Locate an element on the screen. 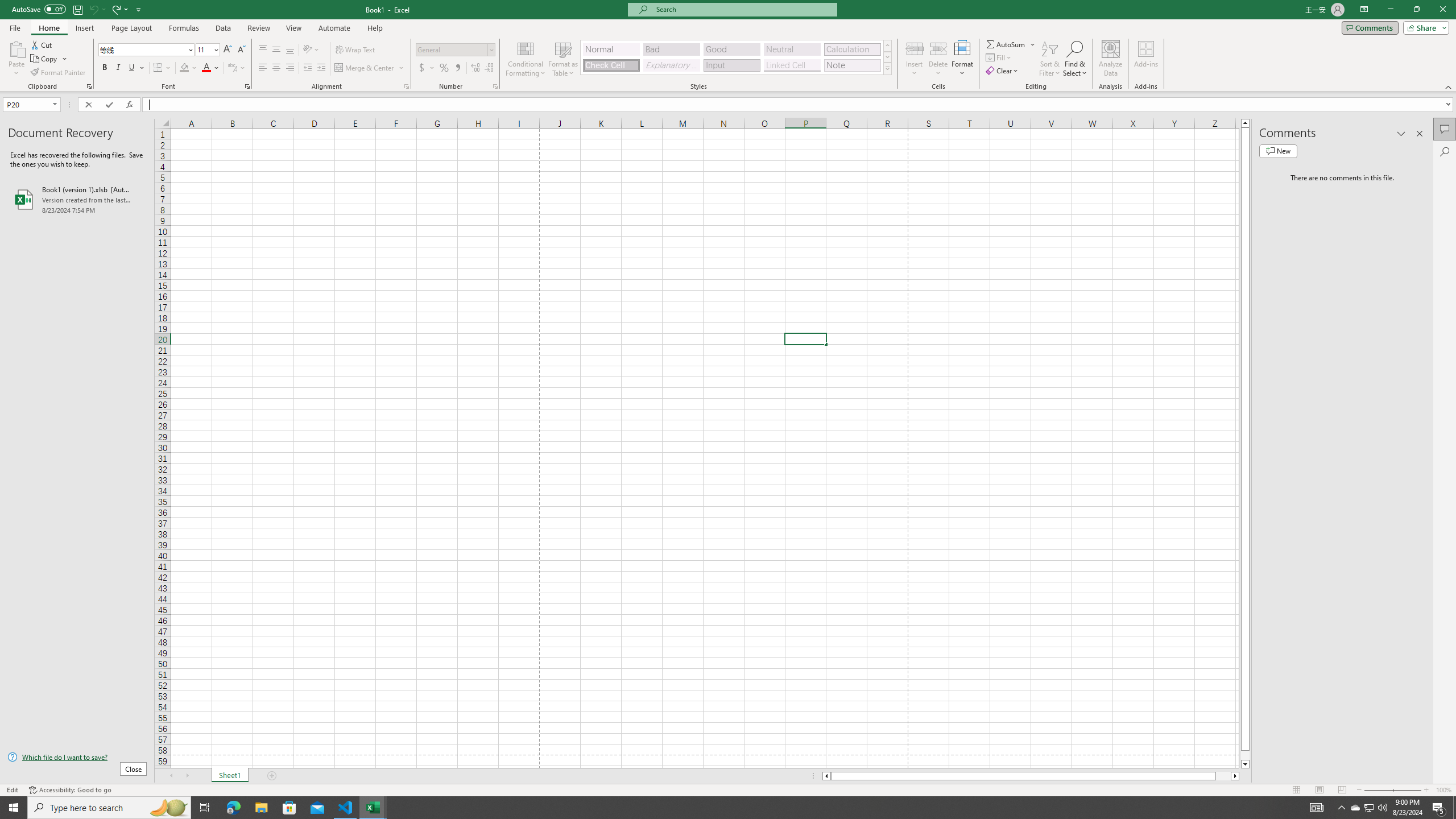  'Cut' is located at coordinates (42, 44).